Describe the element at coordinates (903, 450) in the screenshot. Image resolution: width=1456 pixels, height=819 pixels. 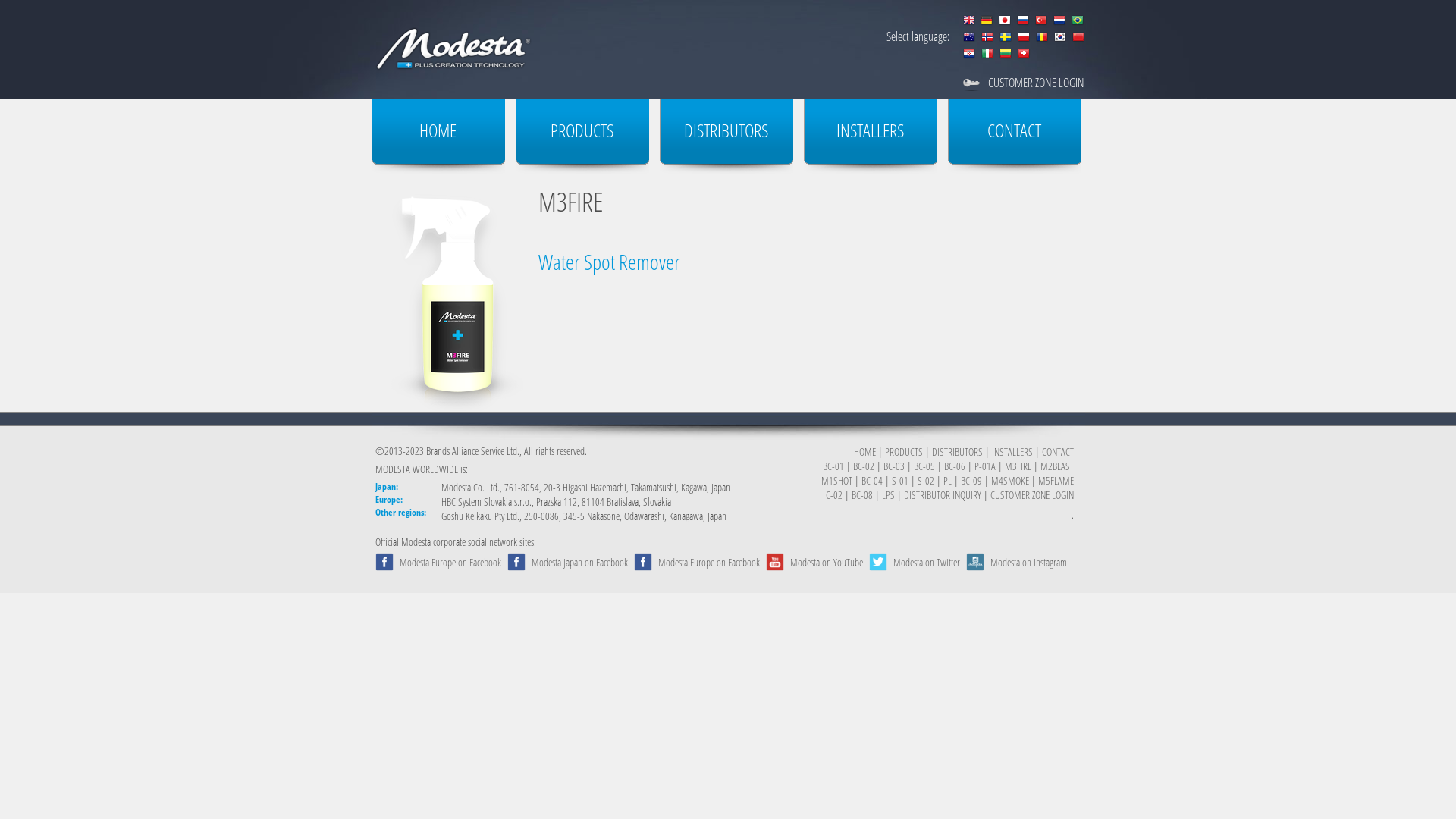
I see `'PRODUCTS'` at that location.